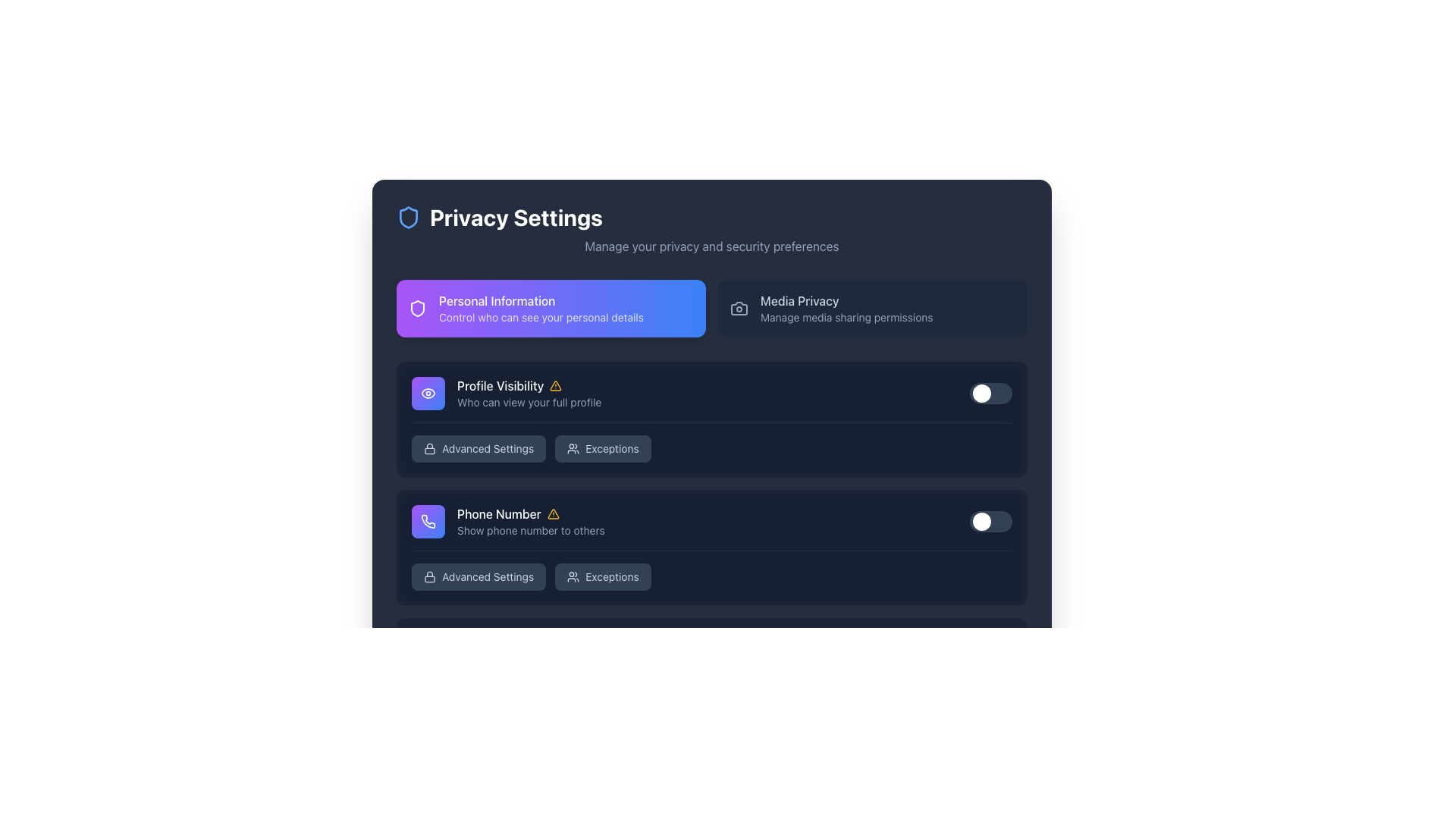 The height and width of the screenshot is (819, 1456). What do you see at coordinates (531, 529) in the screenshot?
I see `the text label that reads 'Show phone number to others', styled in light gray, located below the 'Phone Number' section heading` at bounding box center [531, 529].